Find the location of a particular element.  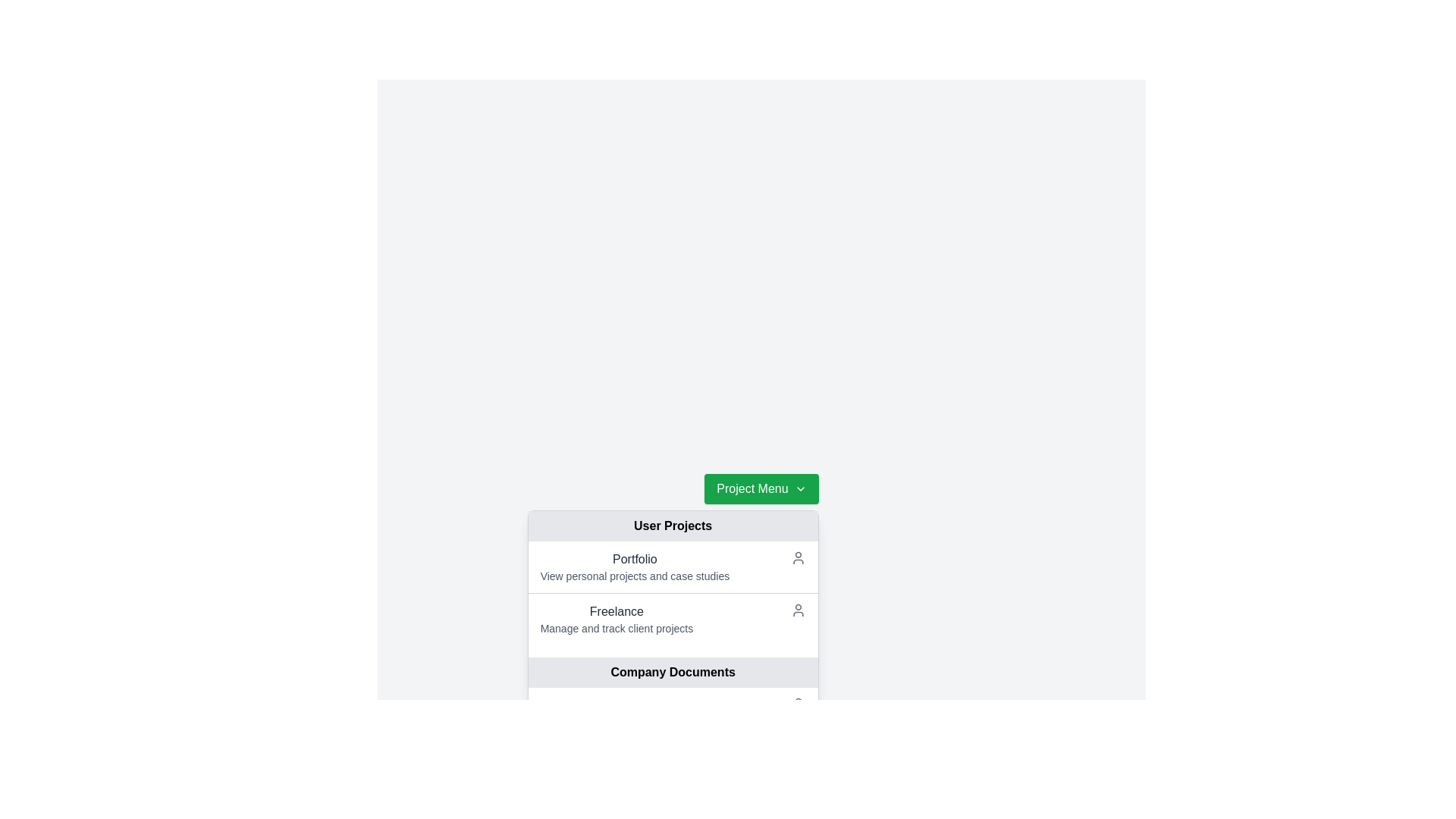

the third text label in the 'User Projects' section of the menu, which indicates a category related to company documents is located at coordinates (672, 672).